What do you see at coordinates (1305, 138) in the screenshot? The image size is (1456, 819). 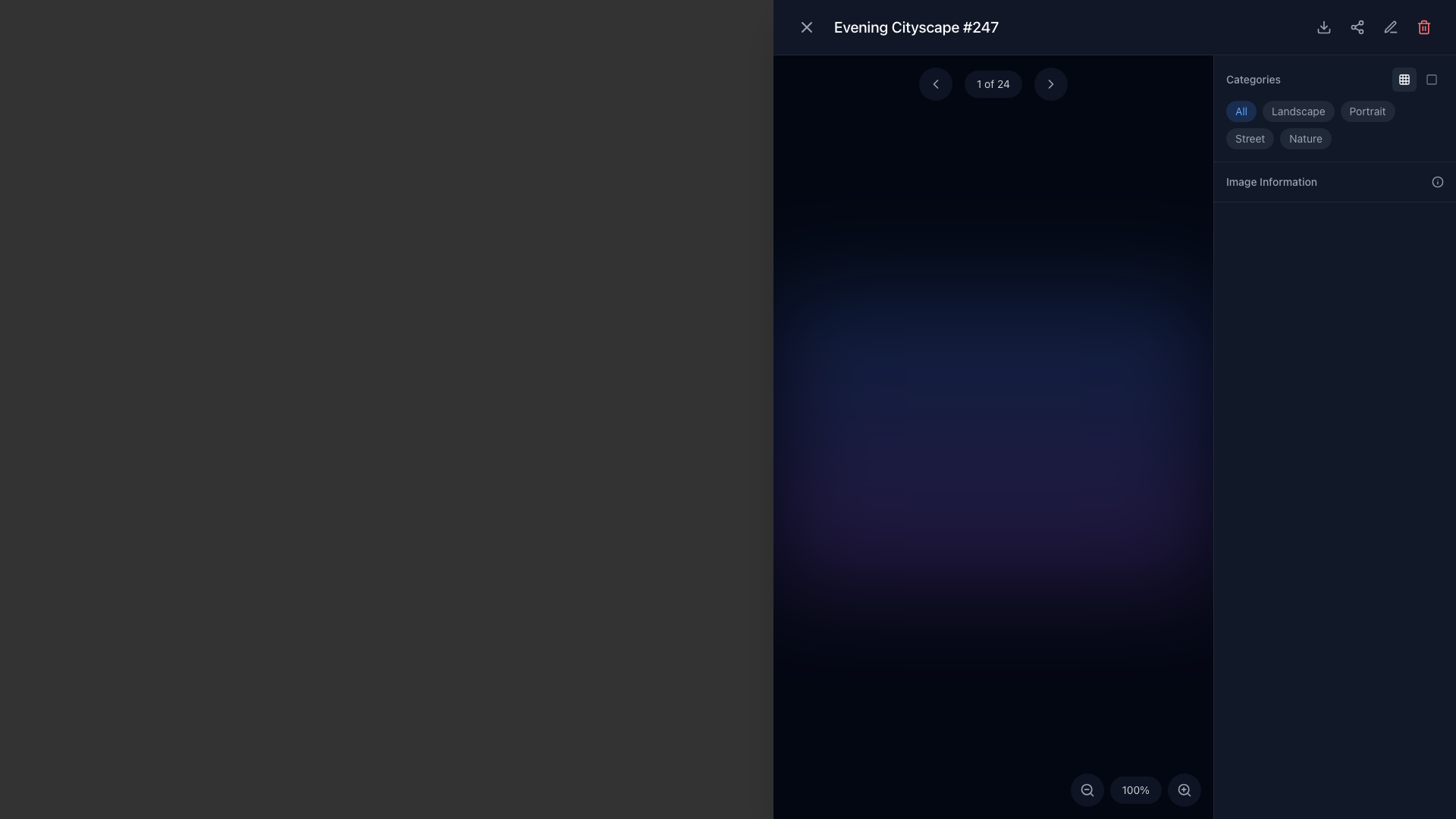 I see `the pill-shaped button labeled 'Nature' with a dark gray background` at bounding box center [1305, 138].